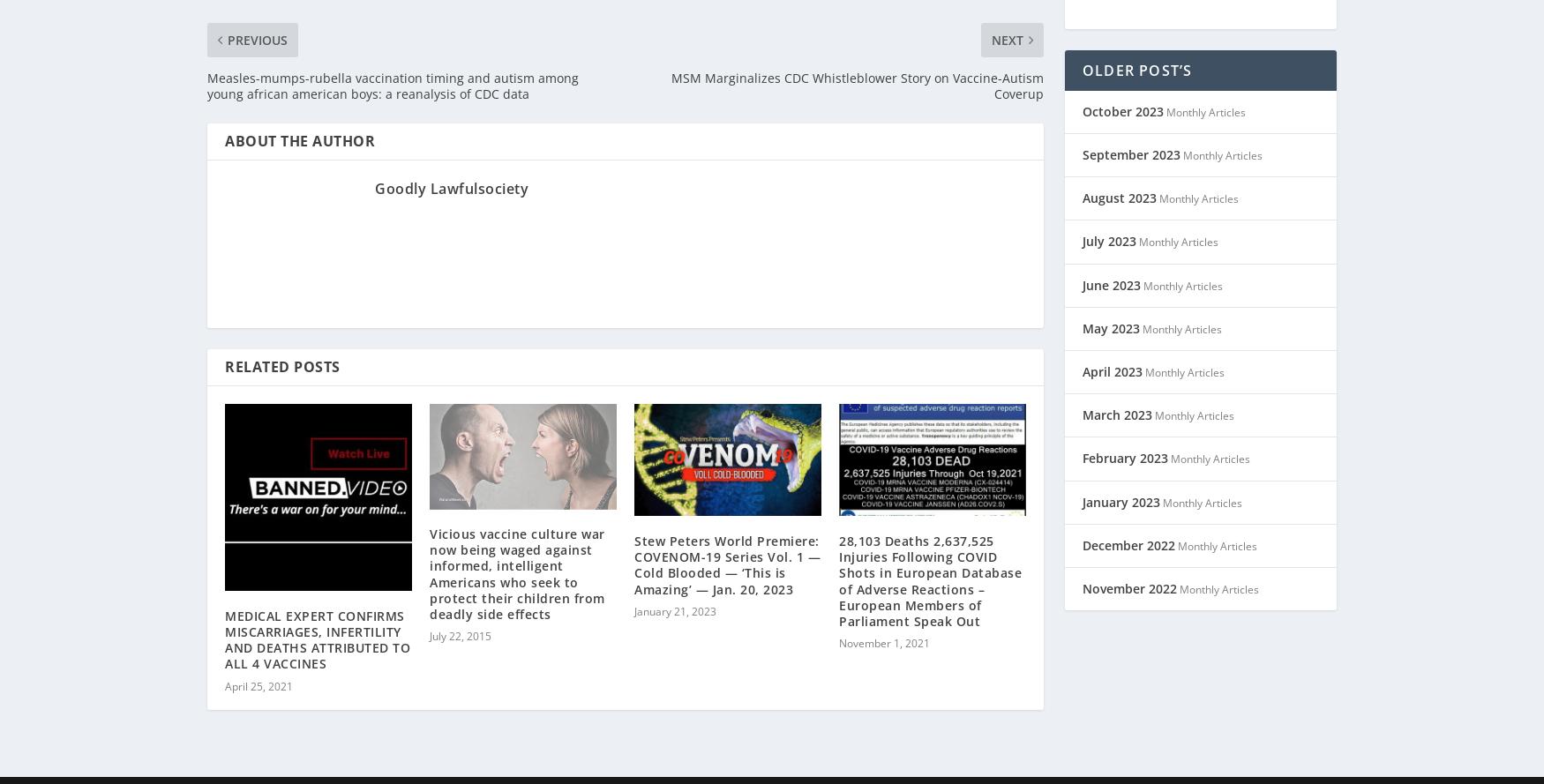 This screenshot has height=784, width=1544. I want to click on 'April 25, 2021', so click(258, 662).